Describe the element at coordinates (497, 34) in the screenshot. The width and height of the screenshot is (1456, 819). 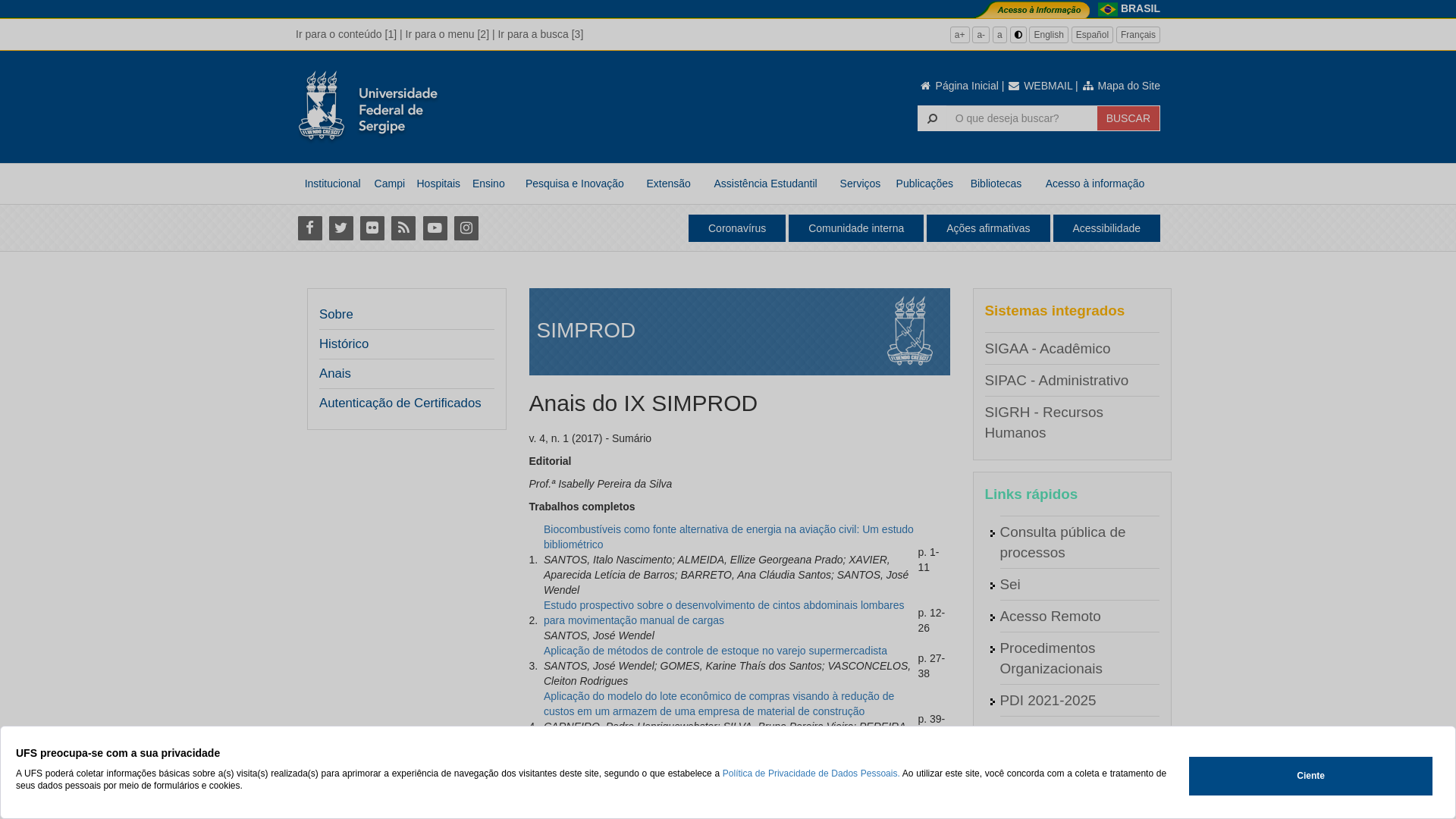
I see `'Ir para a busca [3]'` at that location.